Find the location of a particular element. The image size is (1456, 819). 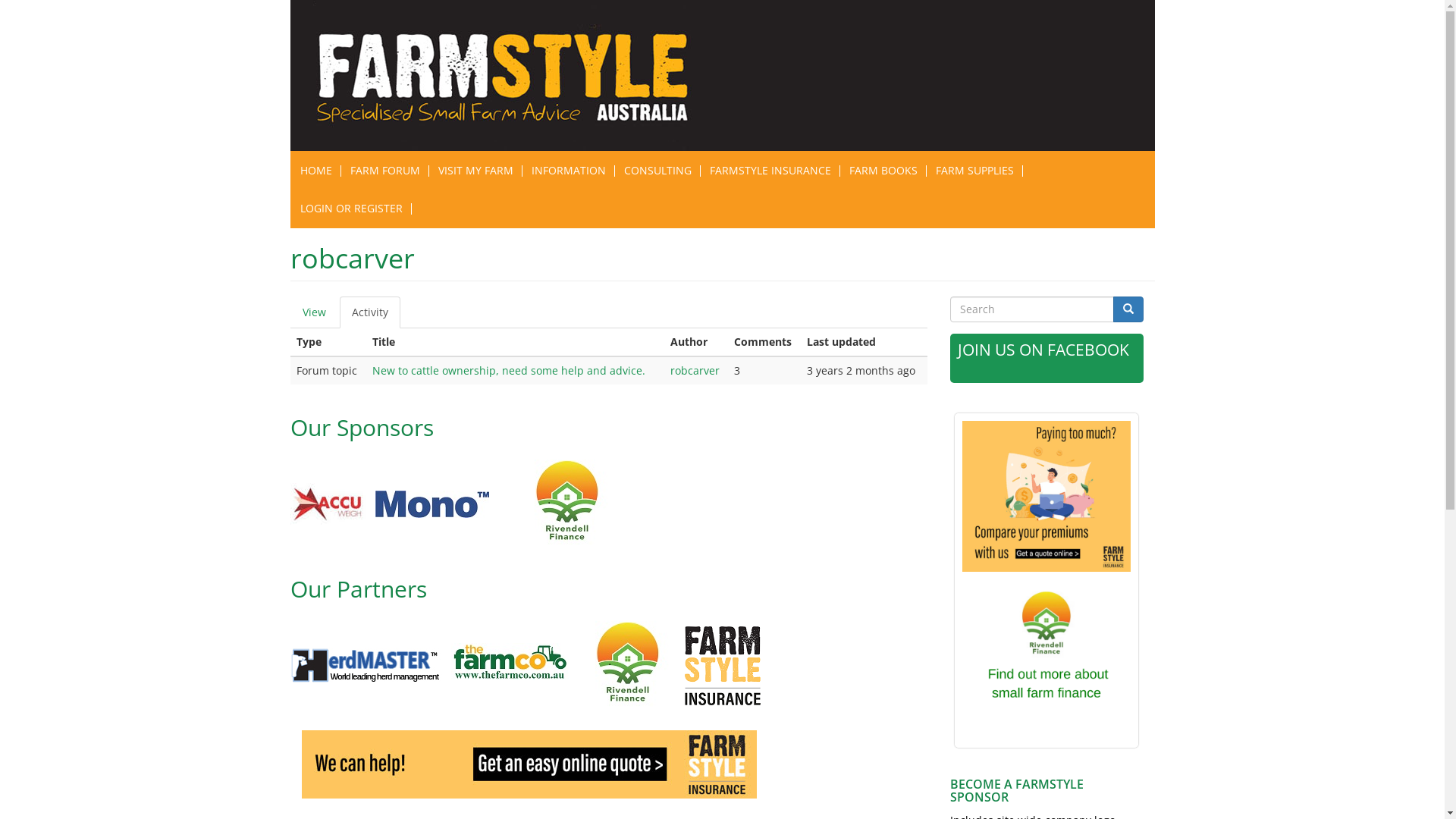

'CONSULTING' is located at coordinates (657, 170).